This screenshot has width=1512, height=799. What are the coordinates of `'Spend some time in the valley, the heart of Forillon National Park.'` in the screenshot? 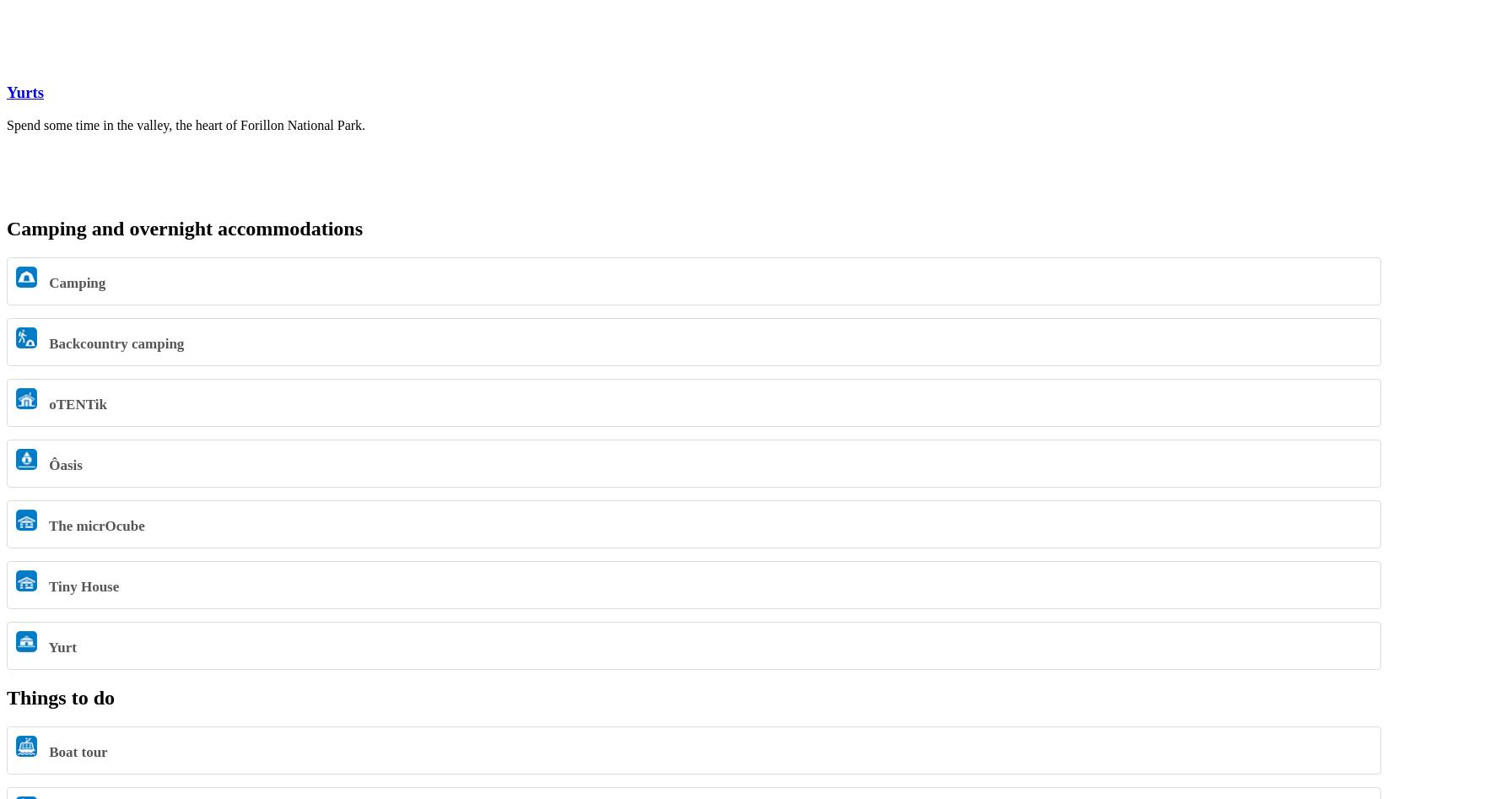 It's located at (7, 123).